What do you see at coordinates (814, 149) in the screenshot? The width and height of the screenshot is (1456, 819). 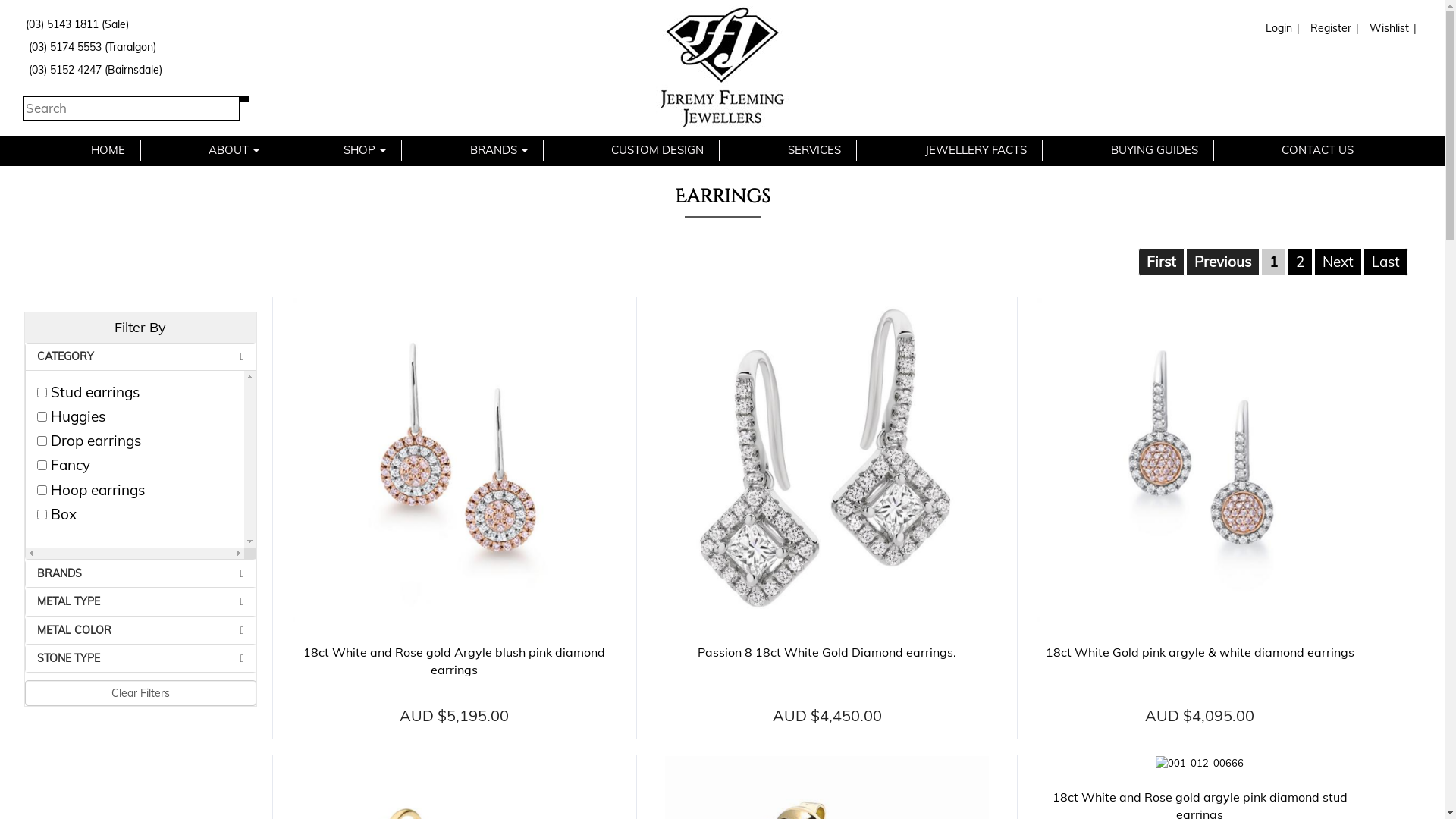 I see `'SERVICES'` at bounding box center [814, 149].